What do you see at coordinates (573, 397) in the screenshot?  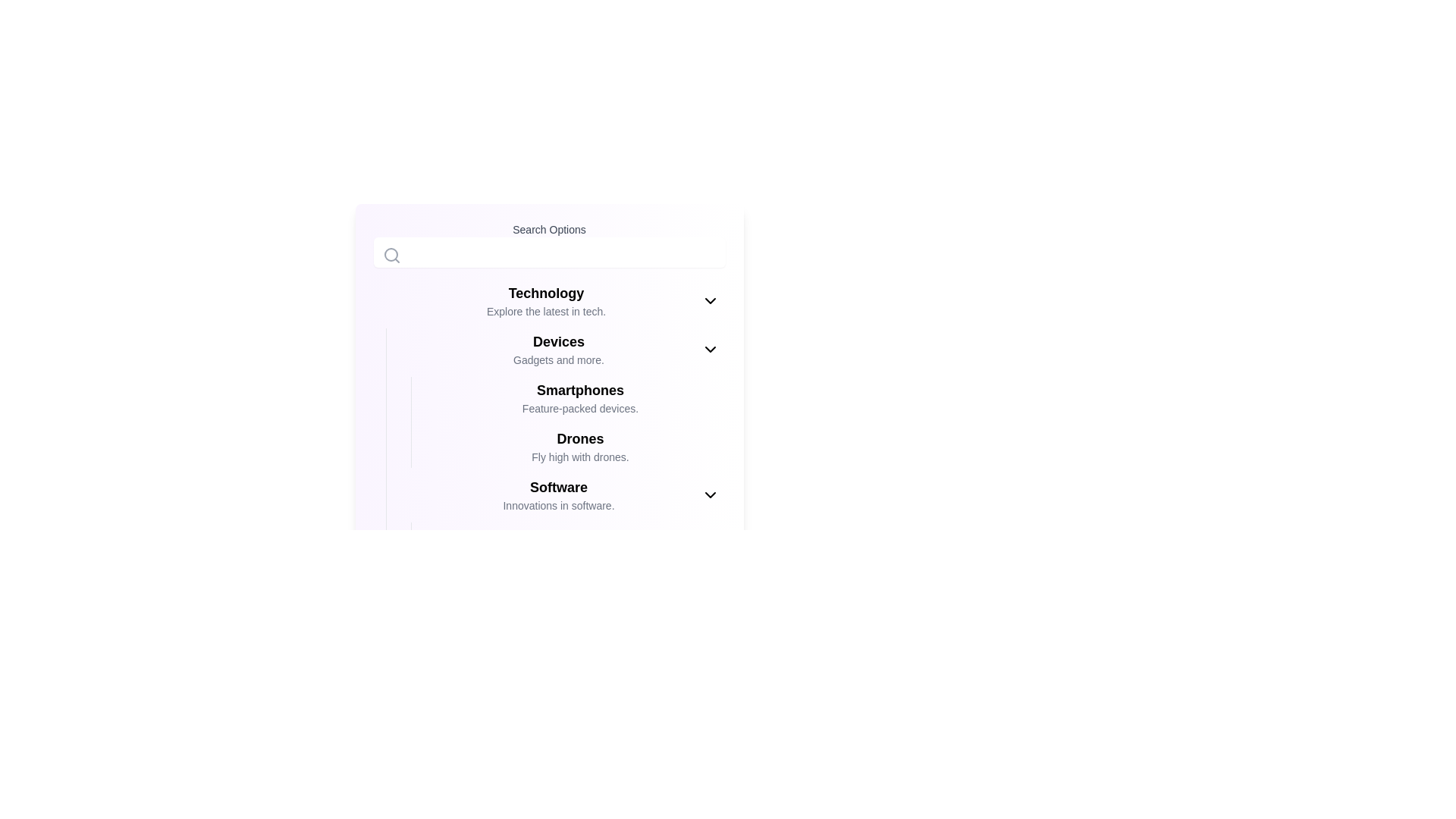 I see `the 'Smartphones' label, which is the first item listed under the 'Devices' section` at bounding box center [573, 397].